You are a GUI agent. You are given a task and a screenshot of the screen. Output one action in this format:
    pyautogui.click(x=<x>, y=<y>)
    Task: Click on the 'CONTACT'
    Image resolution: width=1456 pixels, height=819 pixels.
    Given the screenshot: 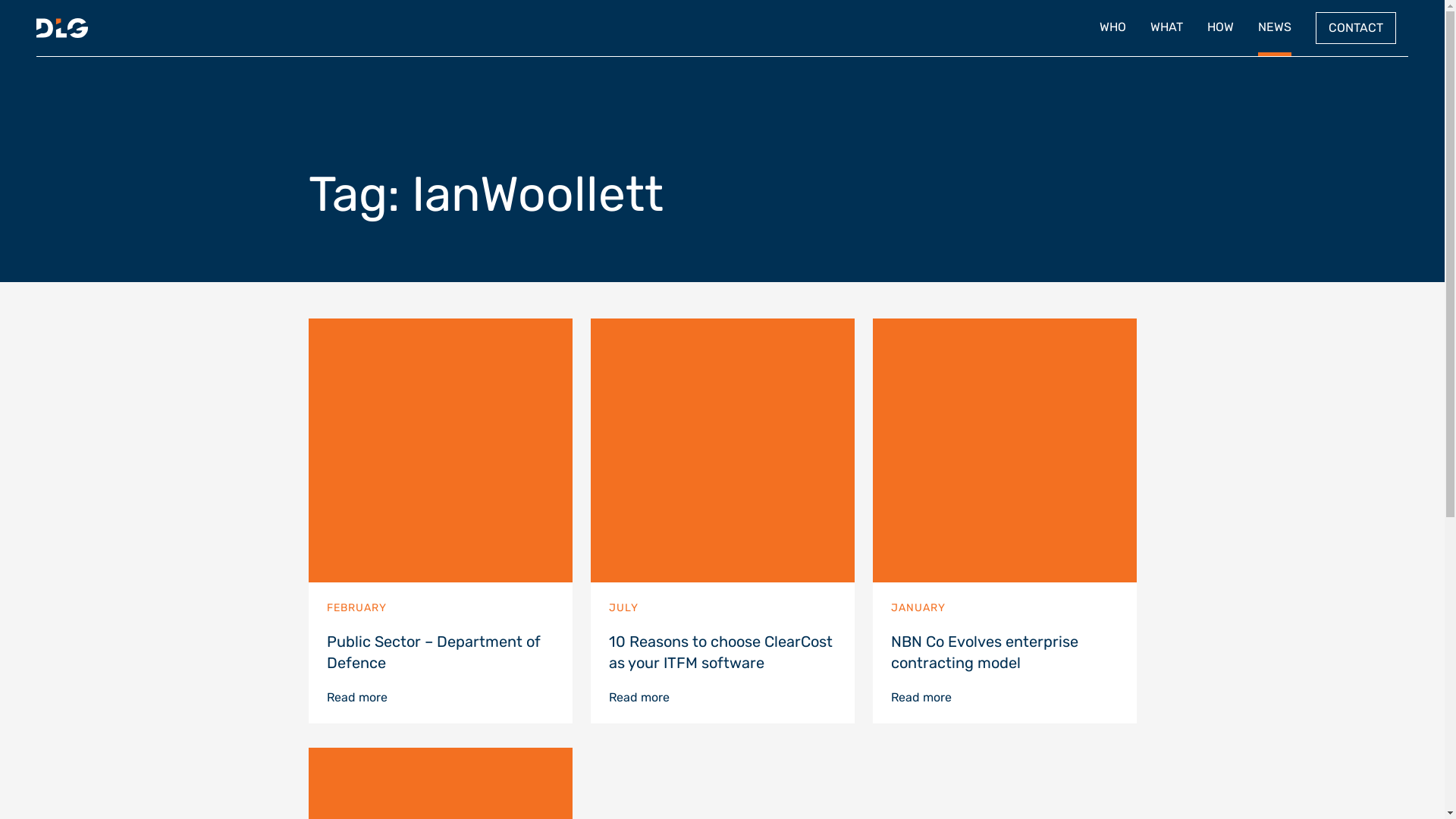 What is the action you would take?
    pyautogui.click(x=1356, y=28)
    